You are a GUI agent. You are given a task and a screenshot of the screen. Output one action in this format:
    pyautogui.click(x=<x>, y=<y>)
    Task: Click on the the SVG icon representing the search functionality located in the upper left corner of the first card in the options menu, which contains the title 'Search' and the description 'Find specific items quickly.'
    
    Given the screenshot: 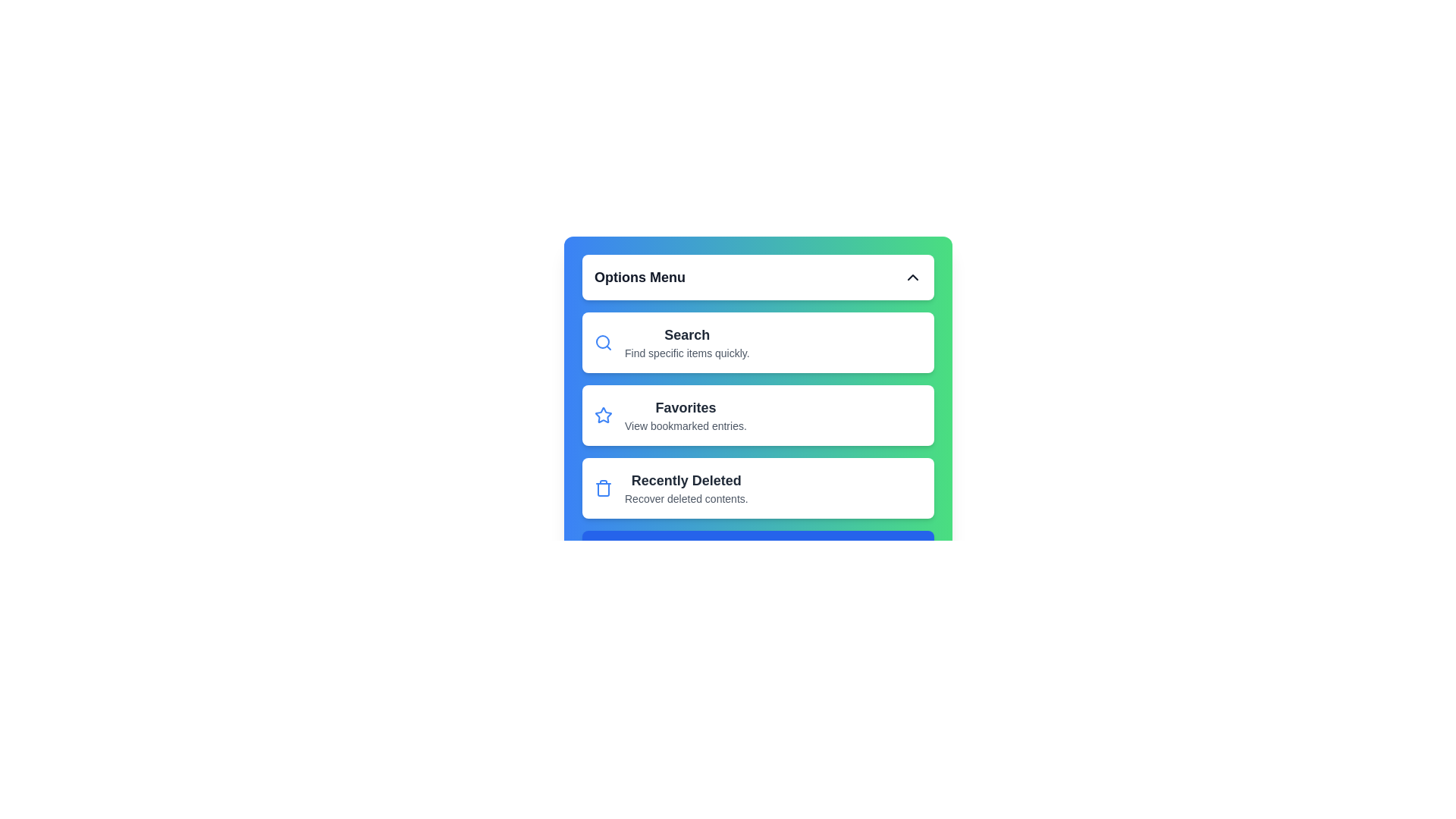 What is the action you would take?
    pyautogui.click(x=603, y=342)
    